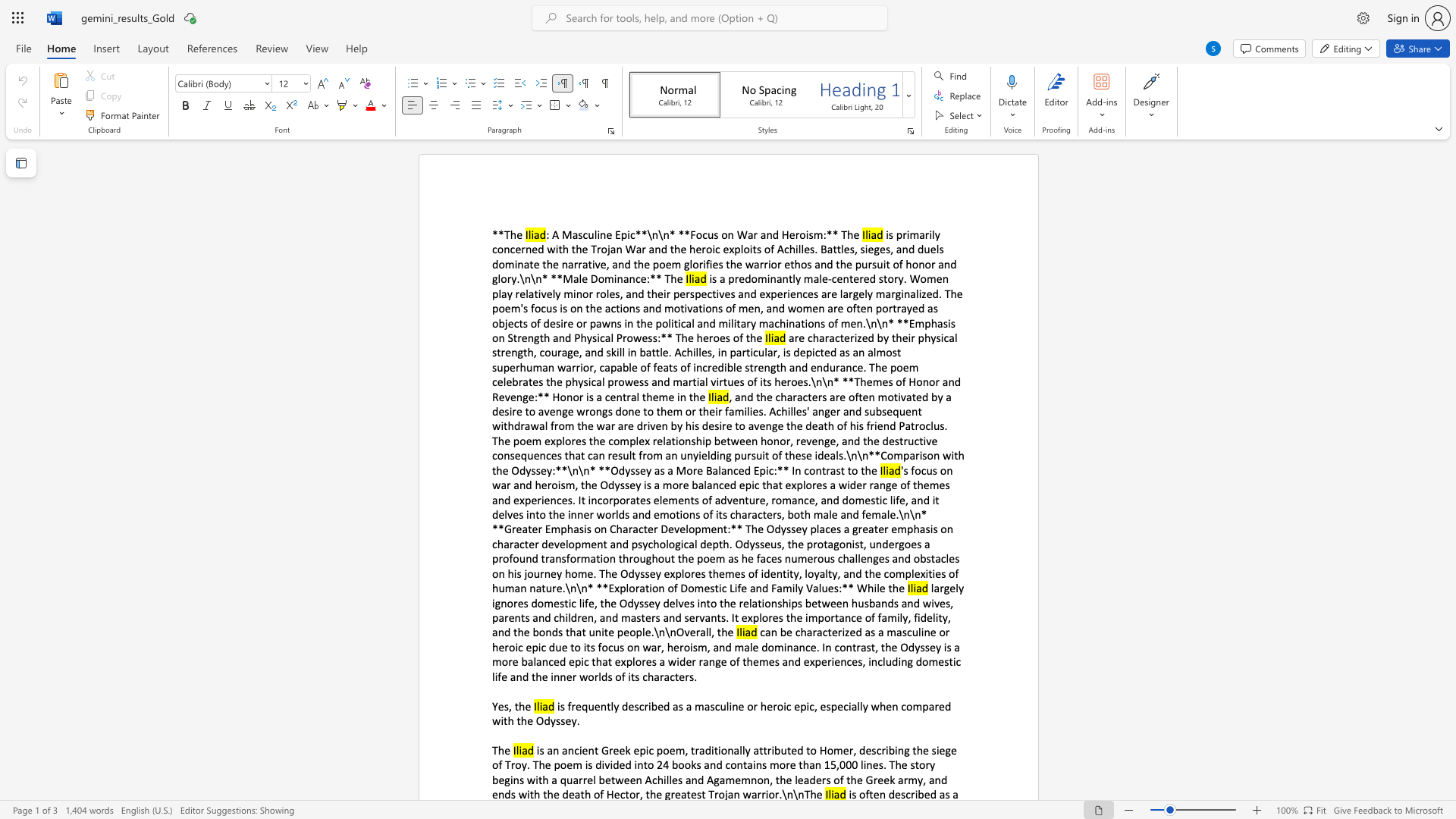 The image size is (1456, 819). Describe the element at coordinates (573, 661) in the screenshot. I see `the subset text "pic that explores a wider r" within the text "can be characterized as a masculine or heroic epic due to its focus on war, heroism, and male dominance. In contrast, the Odyssey is a more balanced epic that explores a wider range of themes and experiences, including domestic life and the inner worlds of its characters."` at that location.